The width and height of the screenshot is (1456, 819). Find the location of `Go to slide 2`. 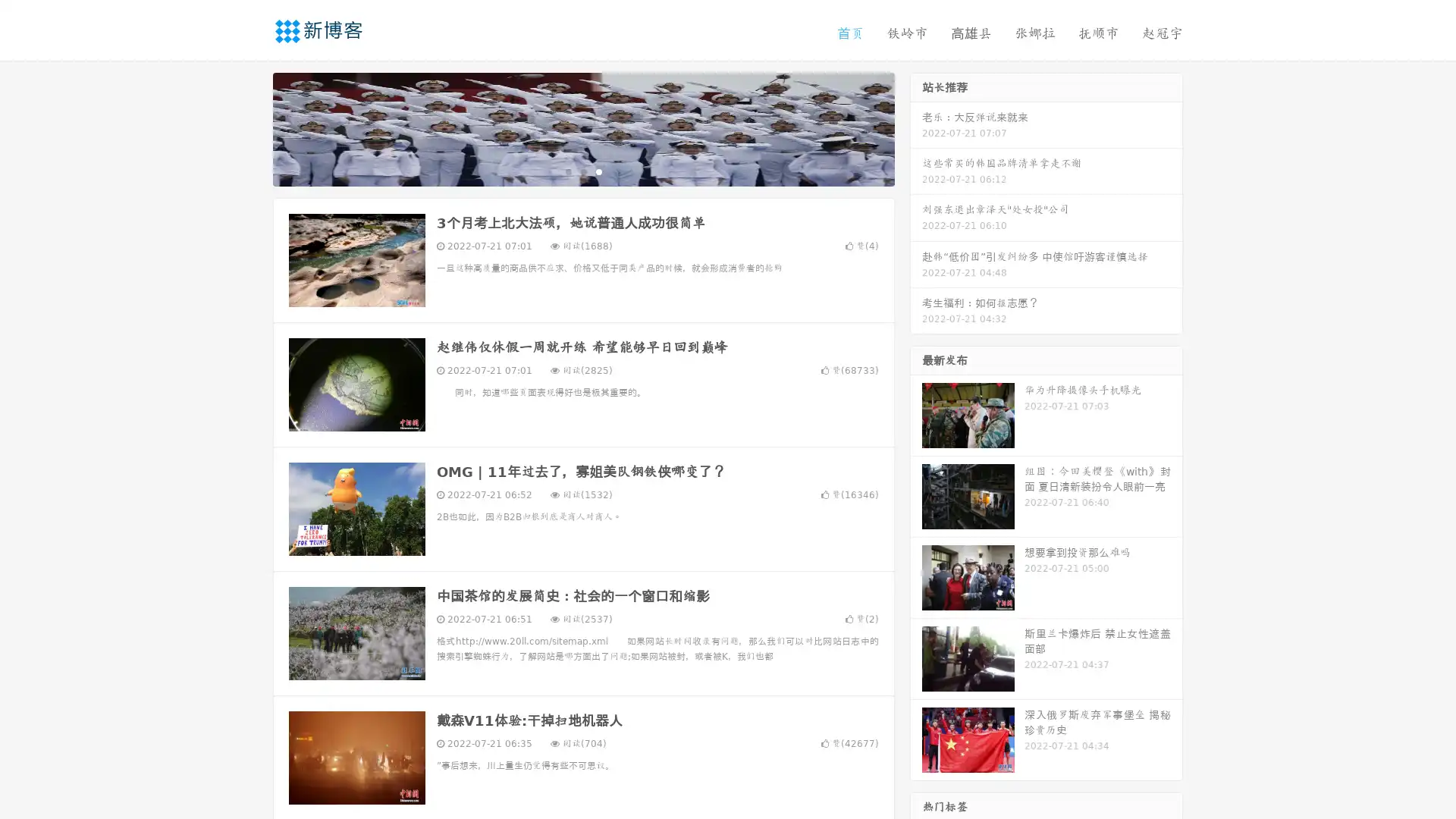

Go to slide 2 is located at coordinates (582, 171).